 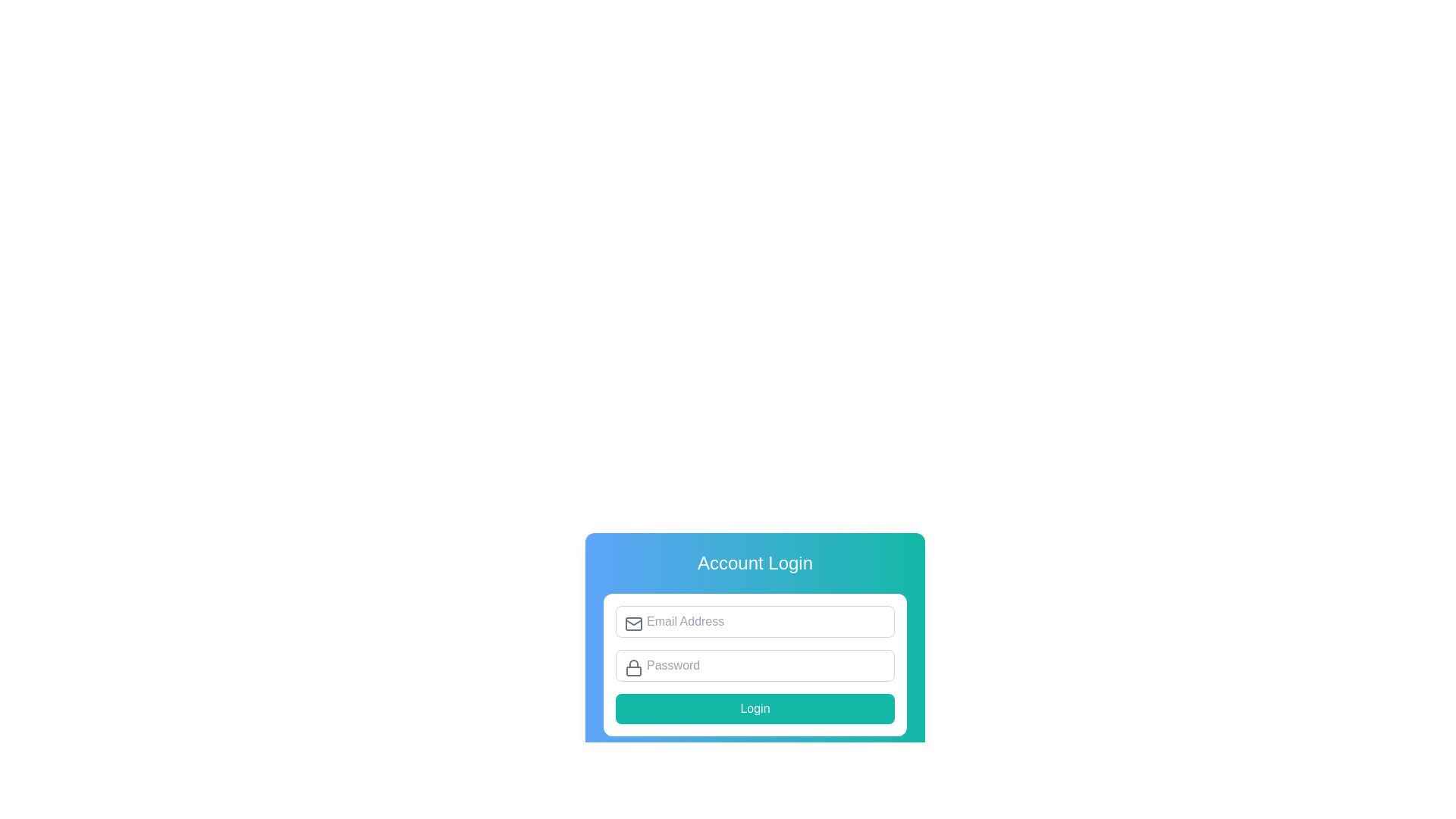 I want to click on the input field surrounding the graphical envelope icon which represents the email input field in the login form, so click(x=633, y=623).